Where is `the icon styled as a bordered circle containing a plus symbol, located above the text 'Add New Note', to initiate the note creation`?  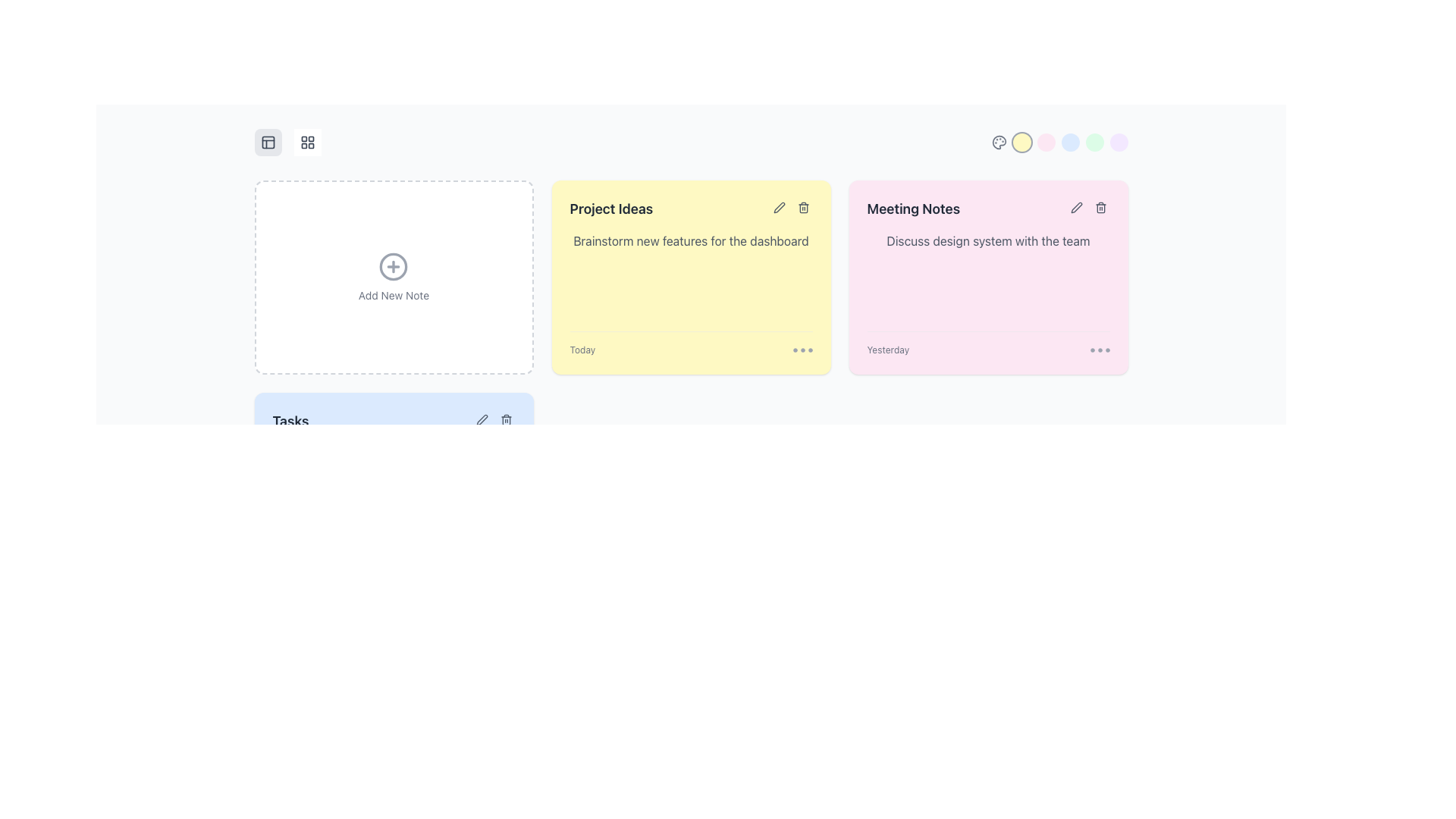
the icon styled as a bordered circle containing a plus symbol, located above the text 'Add New Note', to initiate the note creation is located at coordinates (394, 278).